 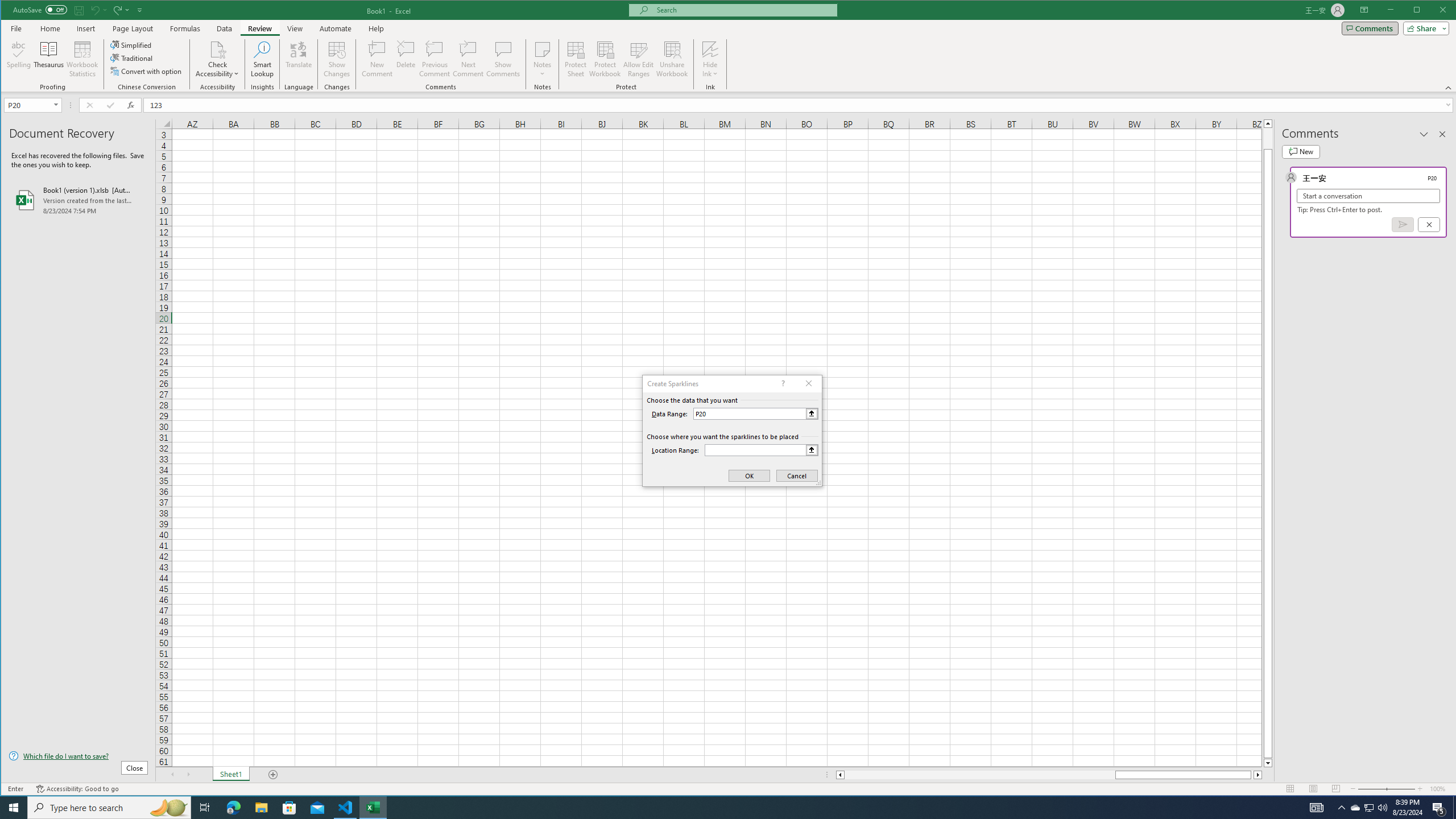 What do you see at coordinates (672, 59) in the screenshot?
I see `'Unshare Workbook'` at bounding box center [672, 59].